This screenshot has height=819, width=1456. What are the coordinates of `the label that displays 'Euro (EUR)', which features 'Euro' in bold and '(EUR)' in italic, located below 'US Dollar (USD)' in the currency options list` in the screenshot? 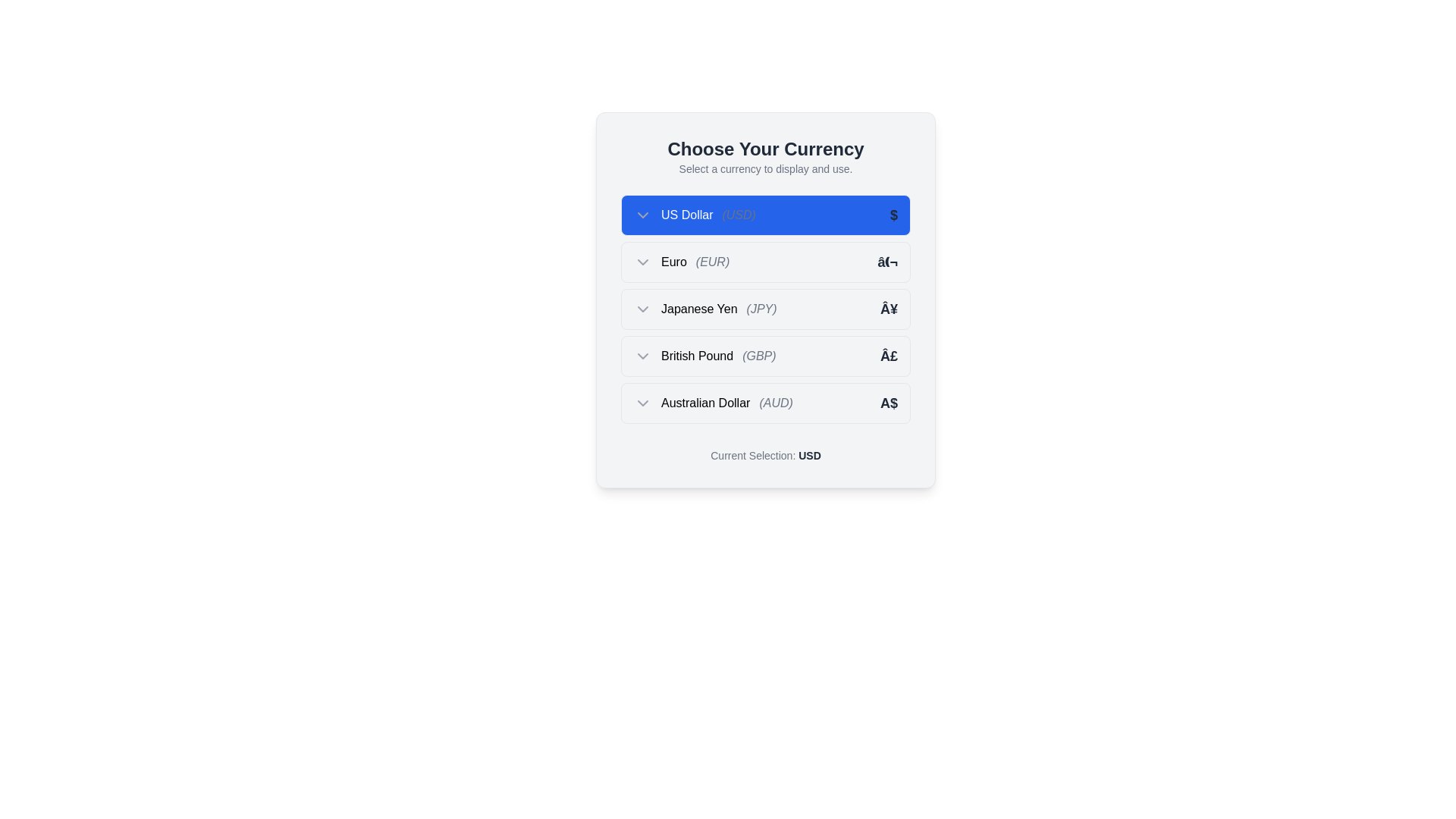 It's located at (681, 262).